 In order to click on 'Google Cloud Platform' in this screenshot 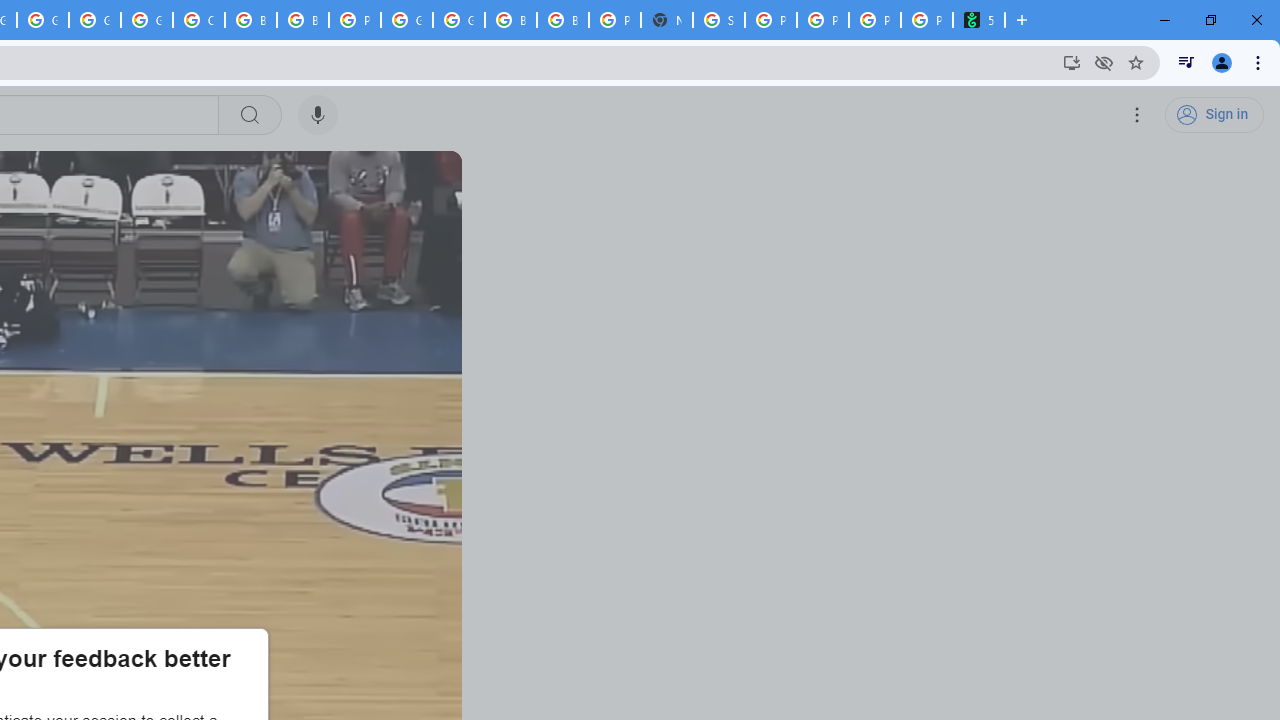, I will do `click(457, 20)`.